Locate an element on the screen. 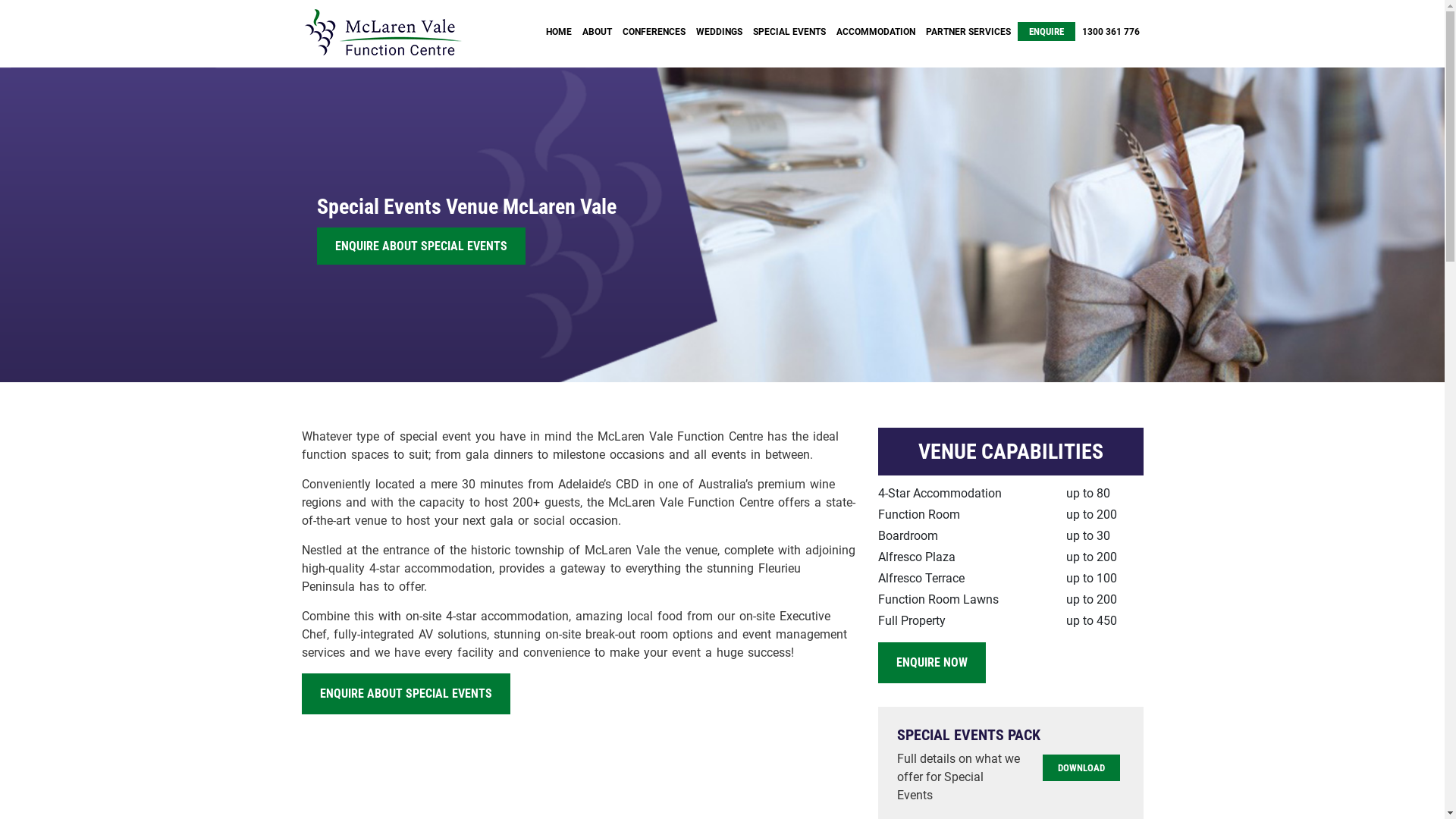 Image resolution: width=1456 pixels, height=819 pixels. 'ENQUIRE ABOUT SPECIAL EVENTS' is located at coordinates (315, 245).